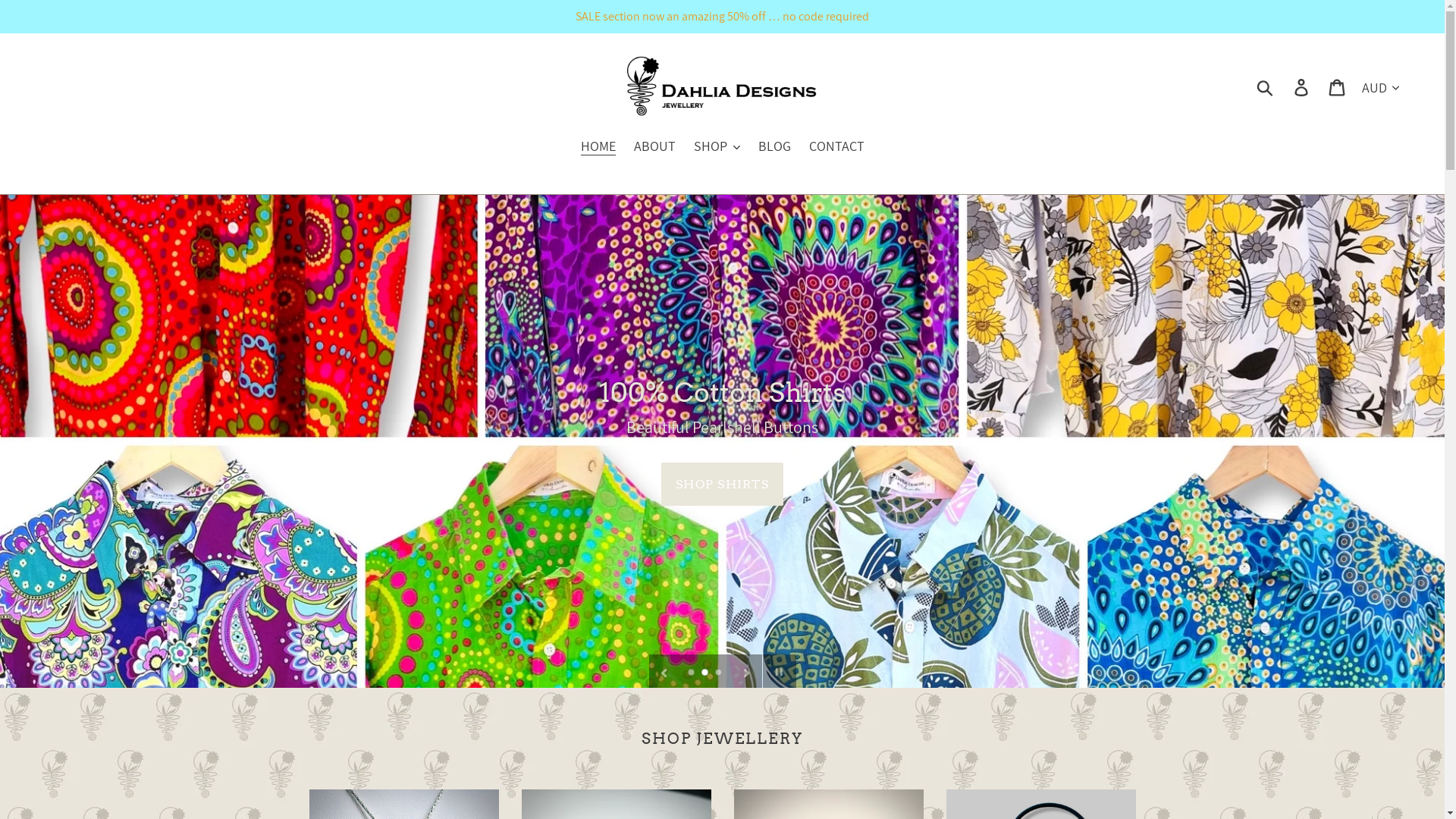 The height and width of the screenshot is (819, 1456). I want to click on 'Submit', so click(1266, 86).